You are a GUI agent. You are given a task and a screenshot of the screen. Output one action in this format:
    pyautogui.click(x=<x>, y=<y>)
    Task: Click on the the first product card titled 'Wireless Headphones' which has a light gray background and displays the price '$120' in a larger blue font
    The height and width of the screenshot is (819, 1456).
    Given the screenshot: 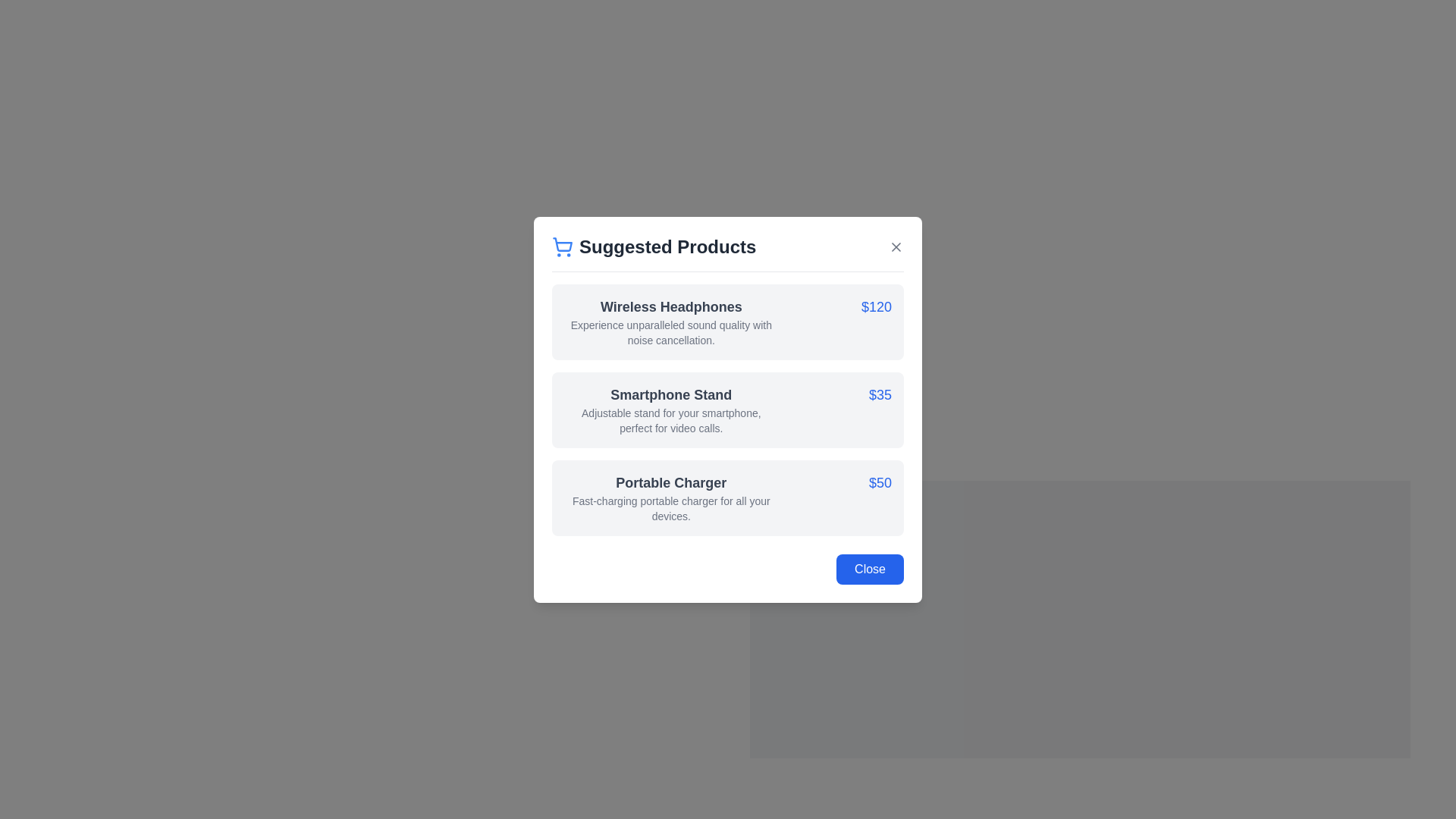 What is the action you would take?
    pyautogui.click(x=728, y=321)
    